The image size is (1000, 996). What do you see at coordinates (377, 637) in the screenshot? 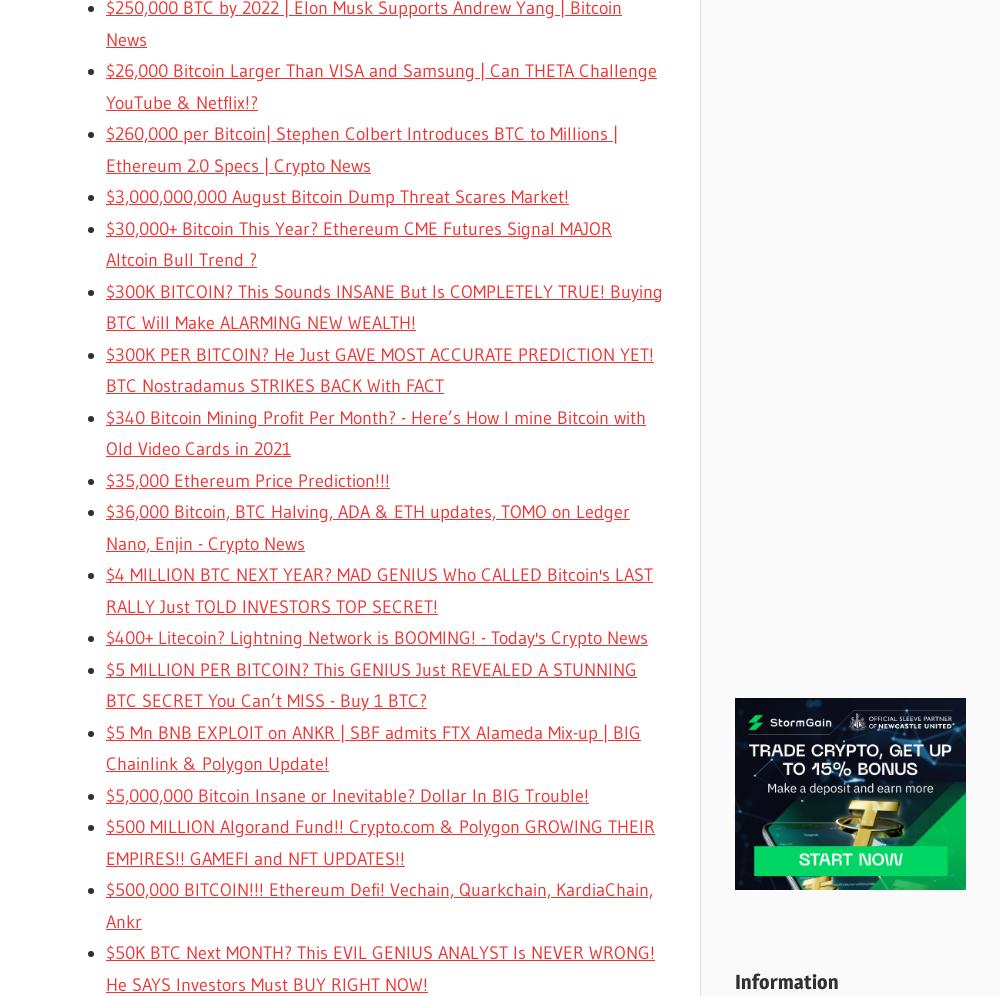
I see `'$400+ Litecoin? Lightning Network is BOOMING! - Today's Crypto News'` at bounding box center [377, 637].